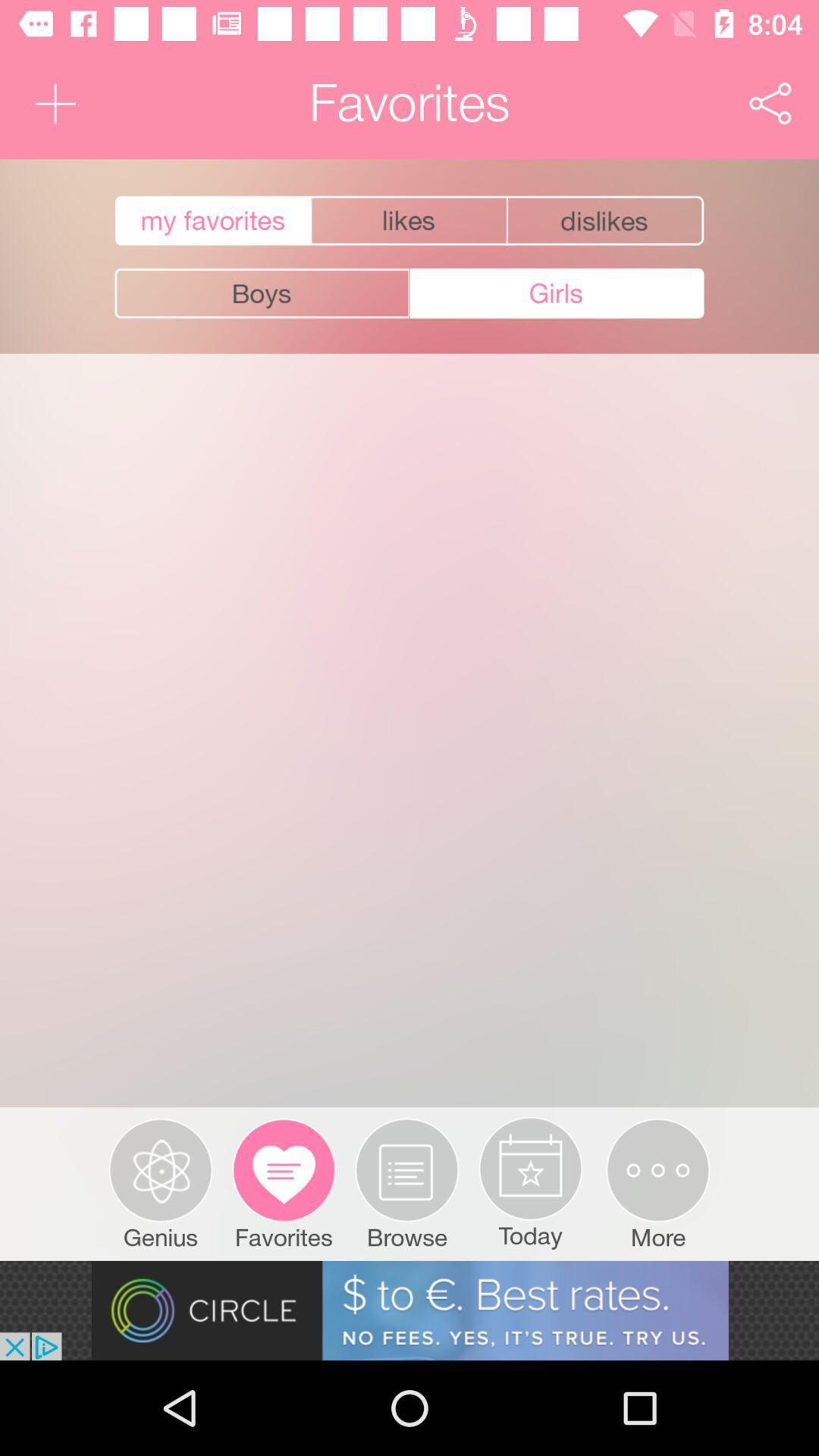  What do you see at coordinates (408, 220) in the screenshot?
I see `show what user likes` at bounding box center [408, 220].